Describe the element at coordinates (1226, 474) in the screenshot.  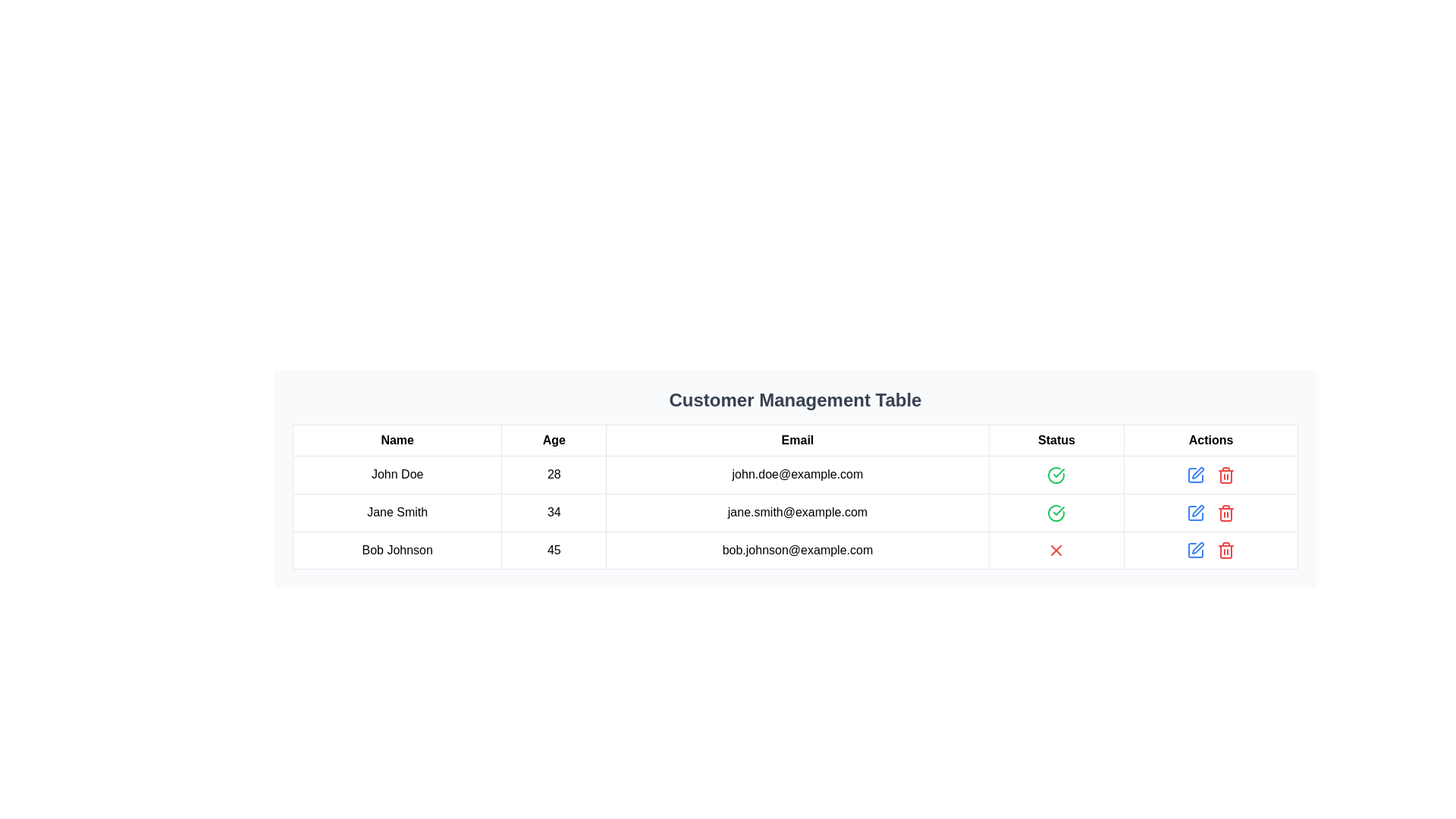
I see `the red trash icon button located in the 'Actions' column for the third row corresponding to 'Bob Johnson'` at that location.